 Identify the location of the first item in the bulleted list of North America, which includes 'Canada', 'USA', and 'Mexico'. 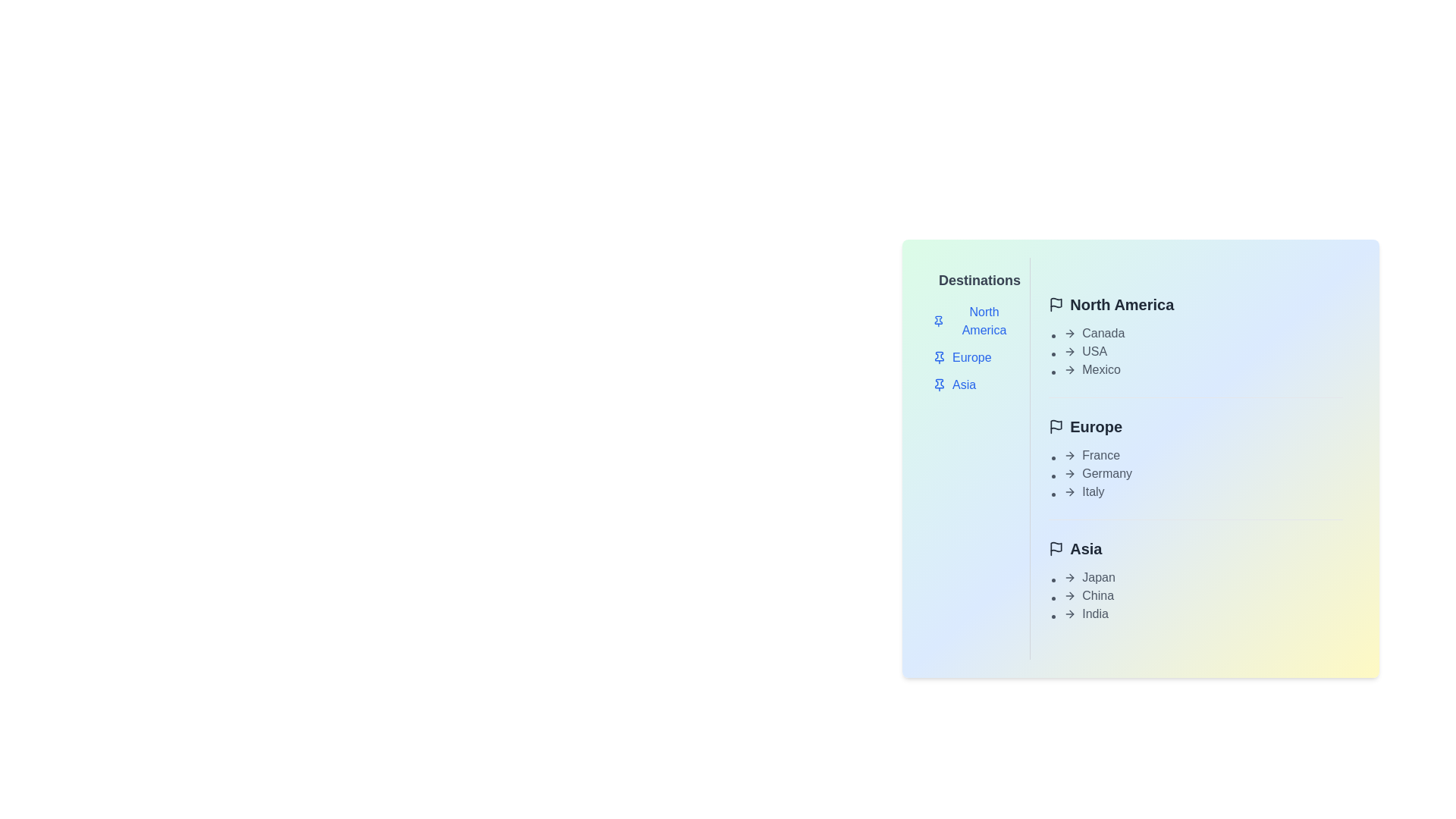
(1195, 351).